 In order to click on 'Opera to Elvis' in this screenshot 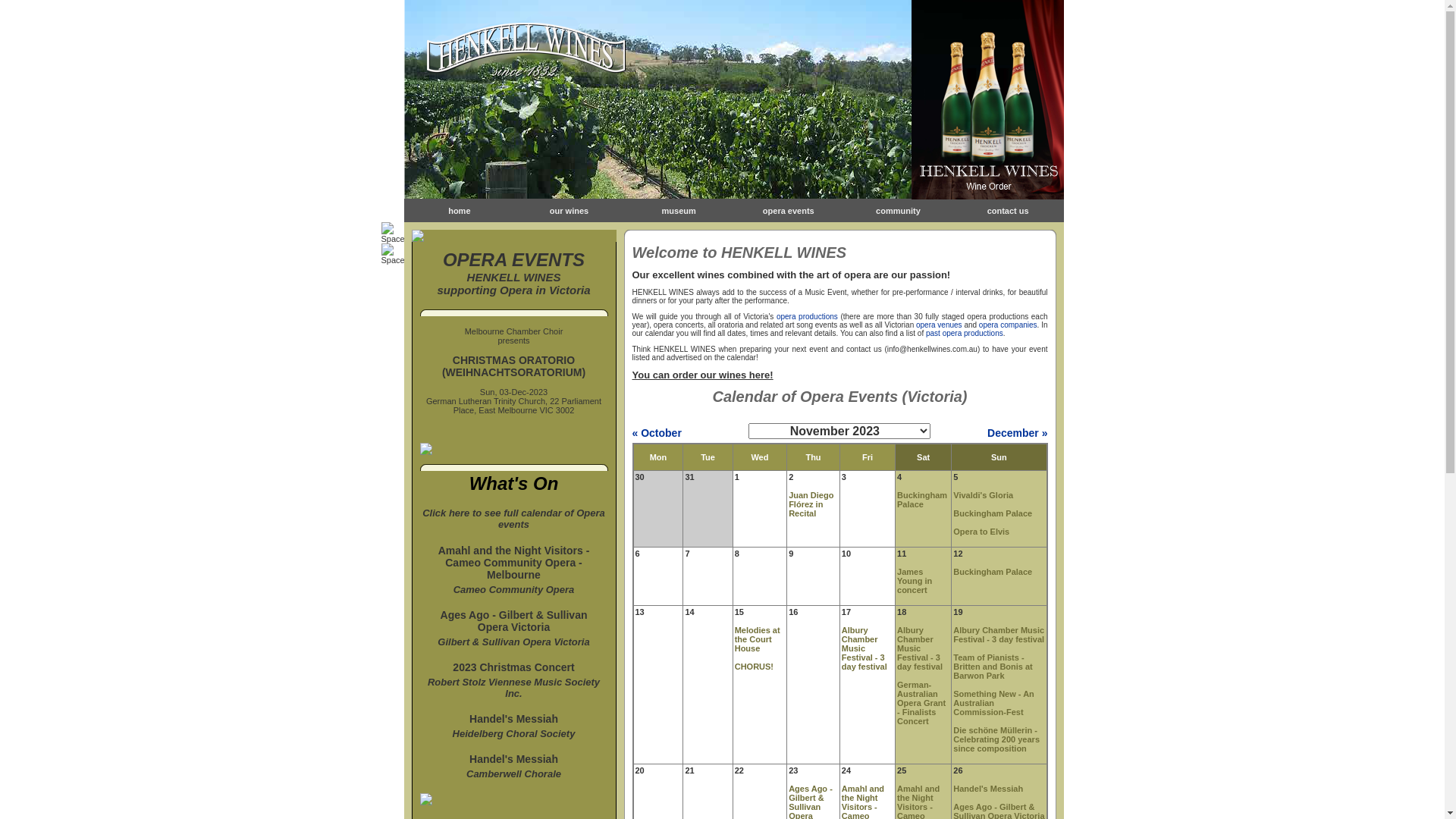, I will do `click(981, 531)`.